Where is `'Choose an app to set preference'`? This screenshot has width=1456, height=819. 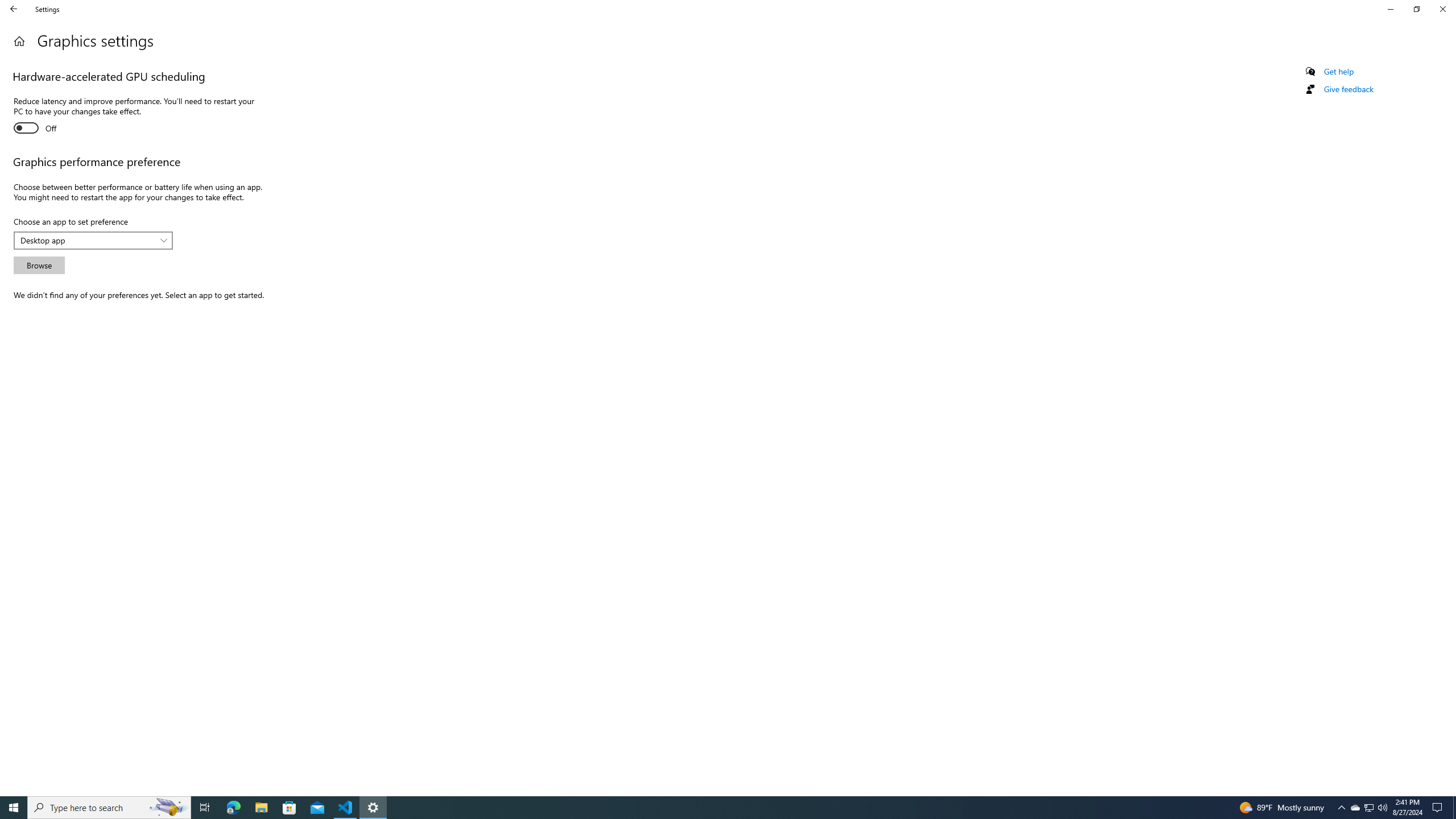
'Choose an app to set preference' is located at coordinates (93, 240).